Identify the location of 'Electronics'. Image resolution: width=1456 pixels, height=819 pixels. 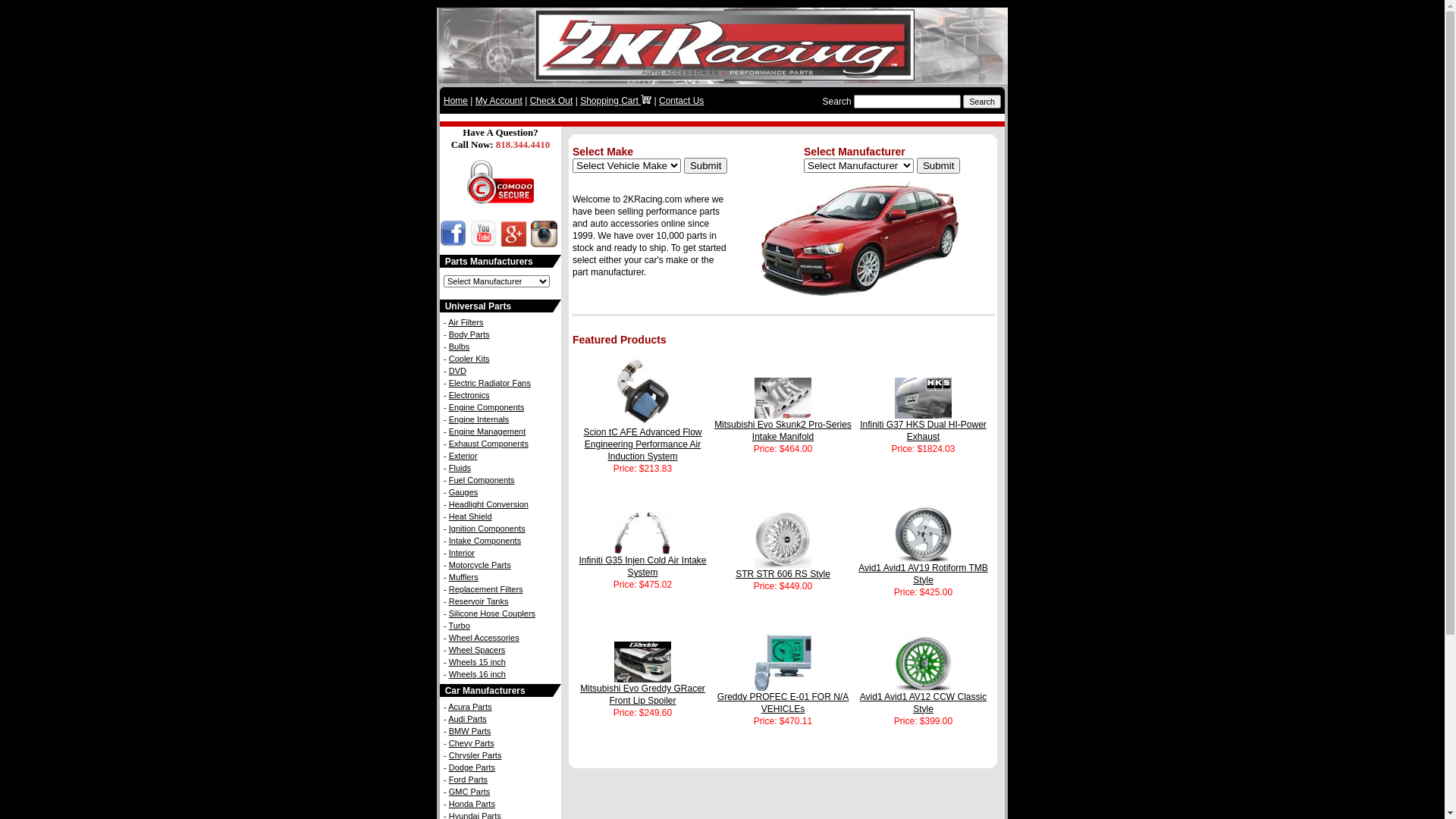
(469, 394).